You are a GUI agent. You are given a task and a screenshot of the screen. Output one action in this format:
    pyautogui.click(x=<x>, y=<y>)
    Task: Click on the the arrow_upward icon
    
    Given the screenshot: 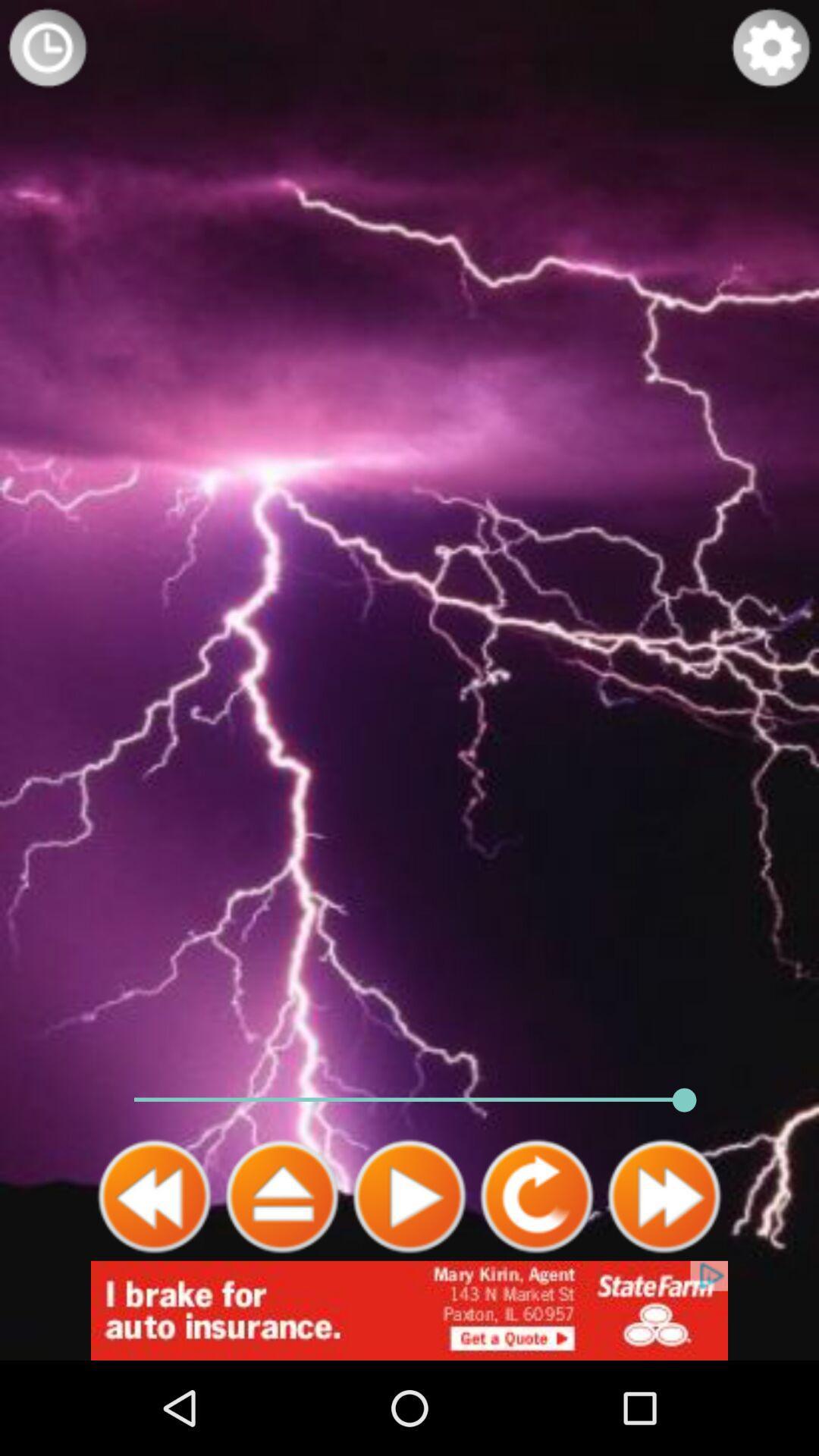 What is the action you would take?
    pyautogui.click(x=281, y=1280)
    